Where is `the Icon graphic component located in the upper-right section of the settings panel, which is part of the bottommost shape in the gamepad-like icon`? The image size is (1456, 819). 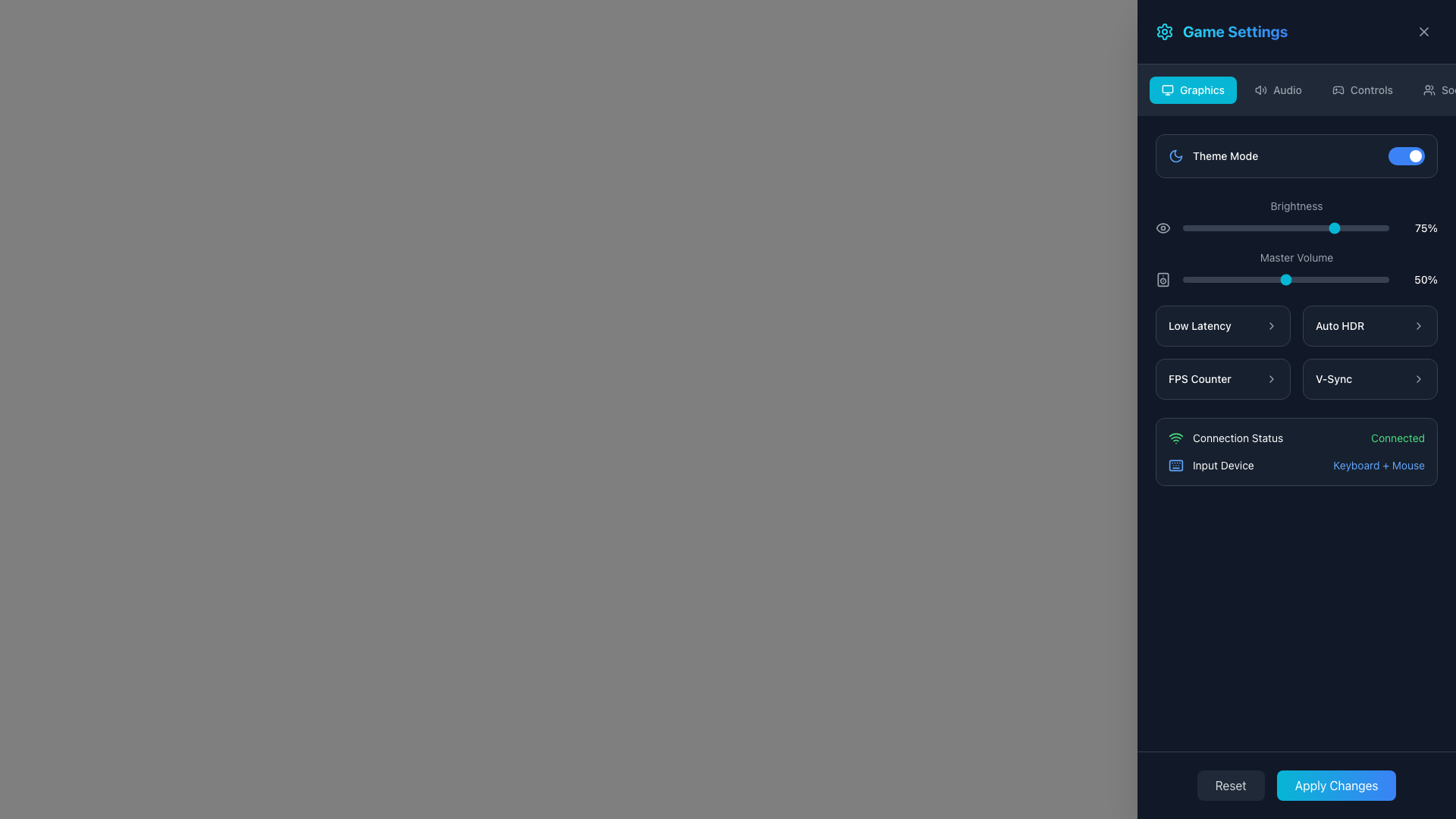 the Icon graphic component located in the upper-right section of the settings panel, which is part of the bottommost shape in the gamepad-like icon is located at coordinates (1338, 90).